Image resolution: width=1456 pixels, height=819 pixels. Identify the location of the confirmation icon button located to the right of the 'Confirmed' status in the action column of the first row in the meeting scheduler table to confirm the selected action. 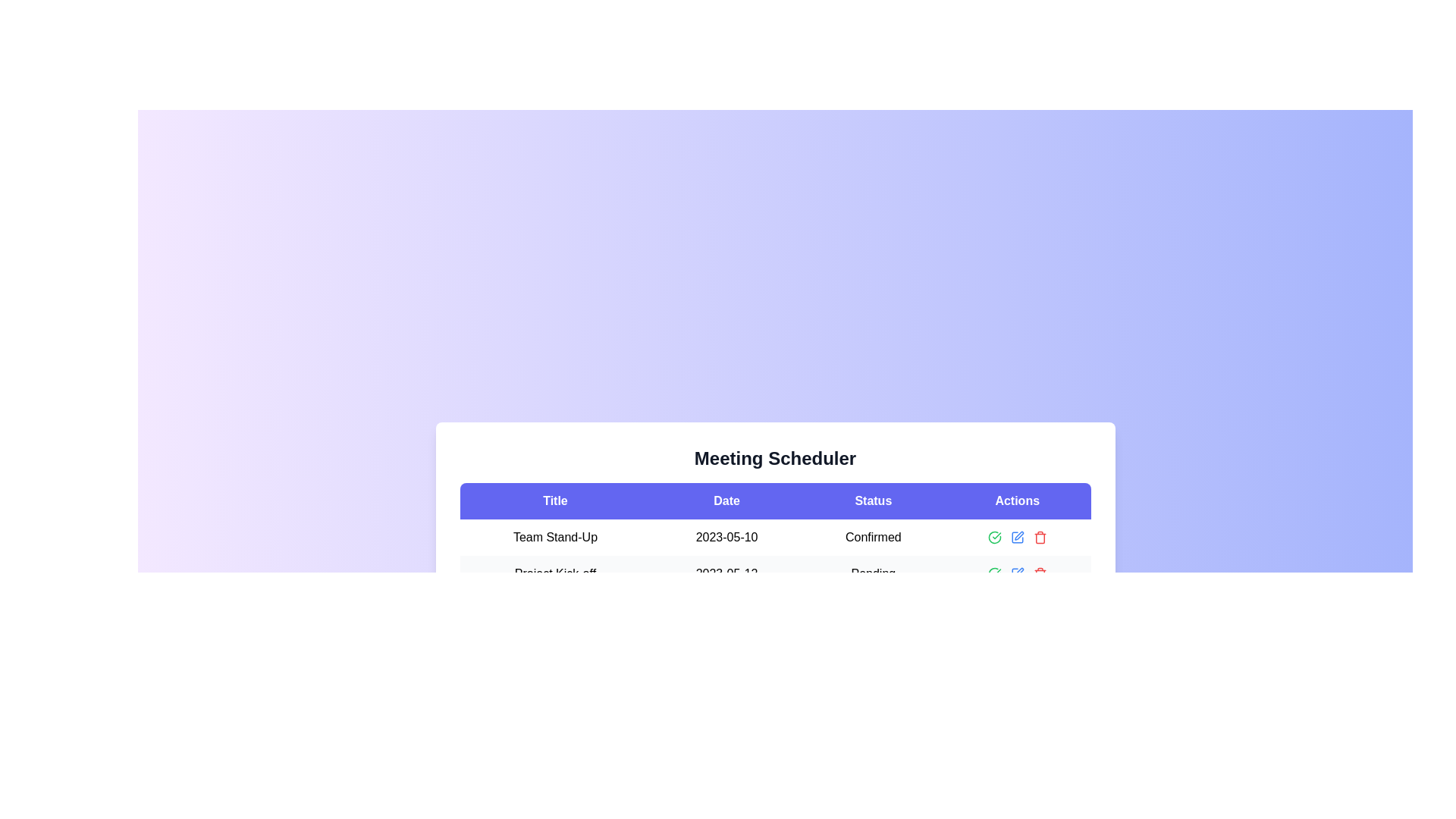
(994, 537).